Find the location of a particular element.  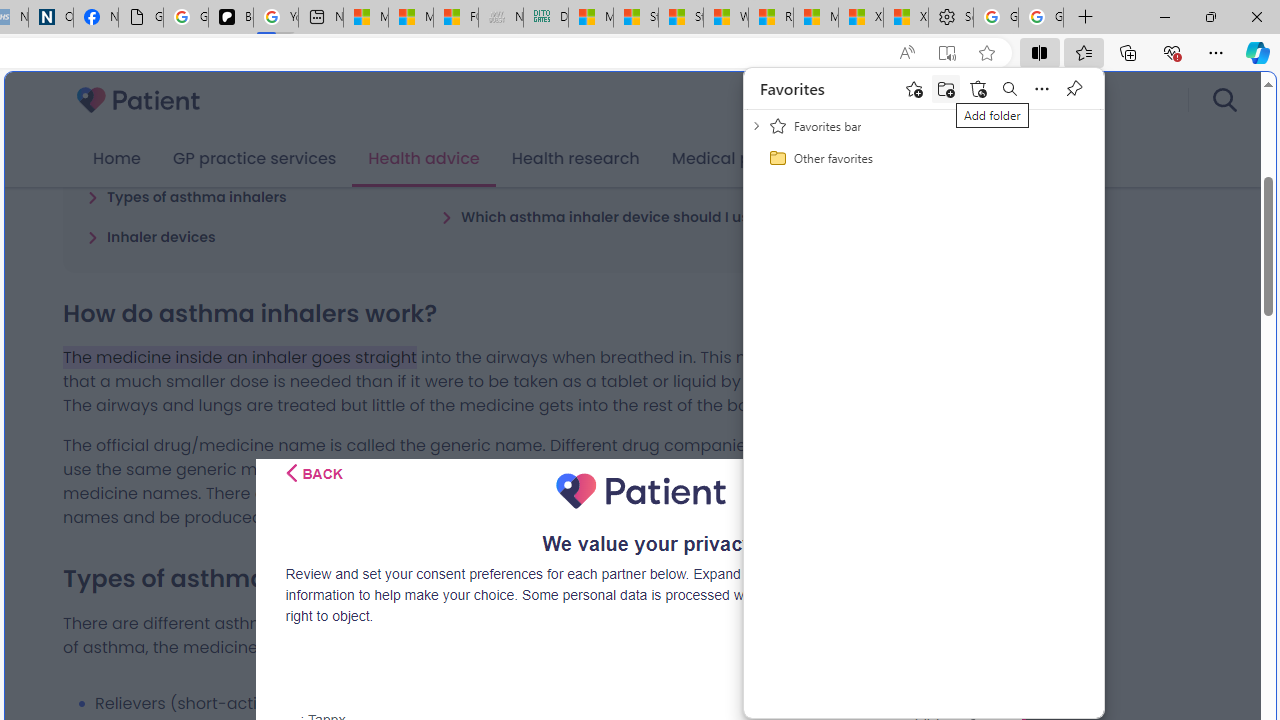

'Google Analytics Opt-out Browser Add-on Download Page' is located at coordinates (139, 17).